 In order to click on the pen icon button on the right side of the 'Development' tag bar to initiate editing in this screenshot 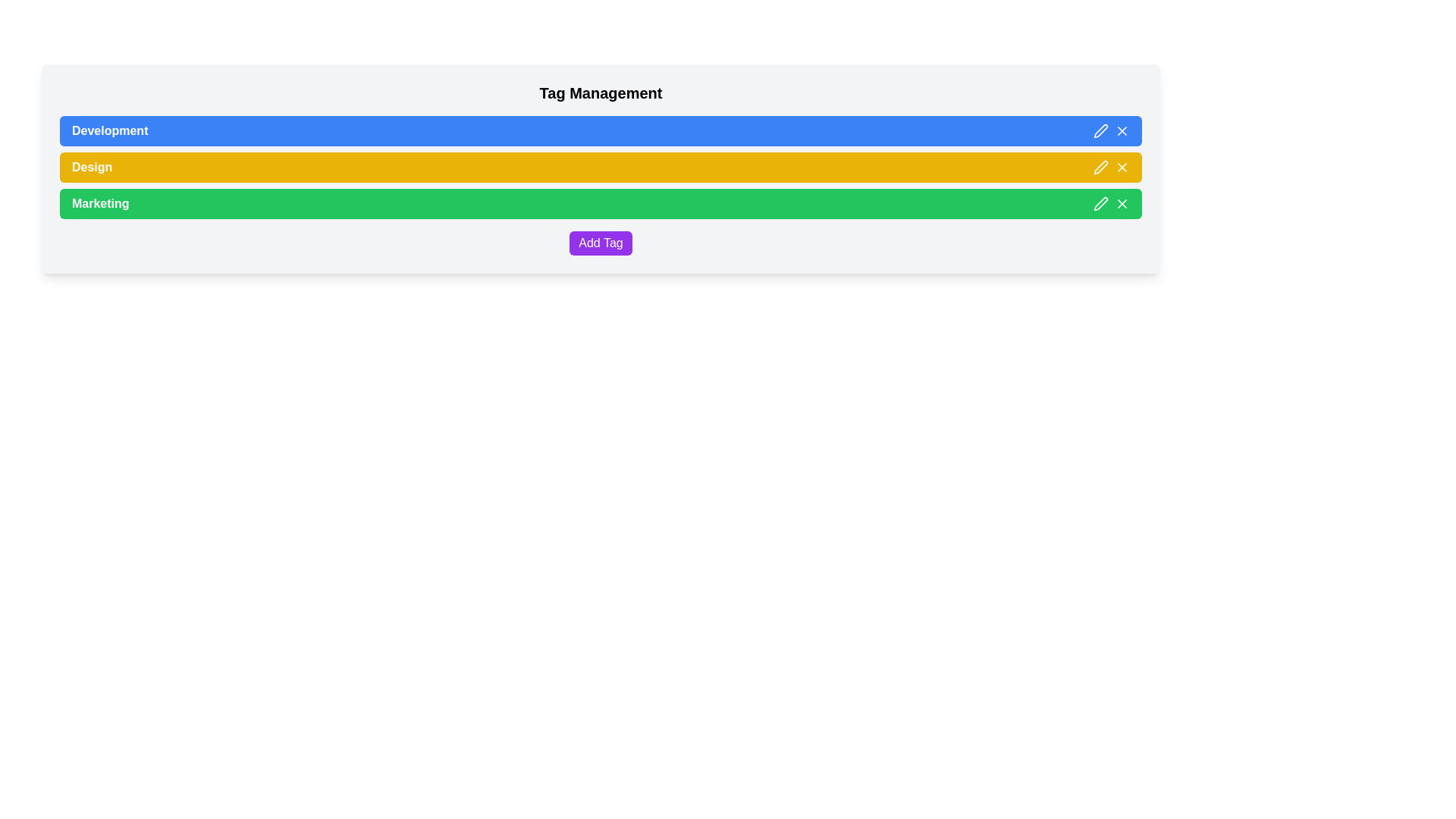, I will do `click(1100, 130)`.